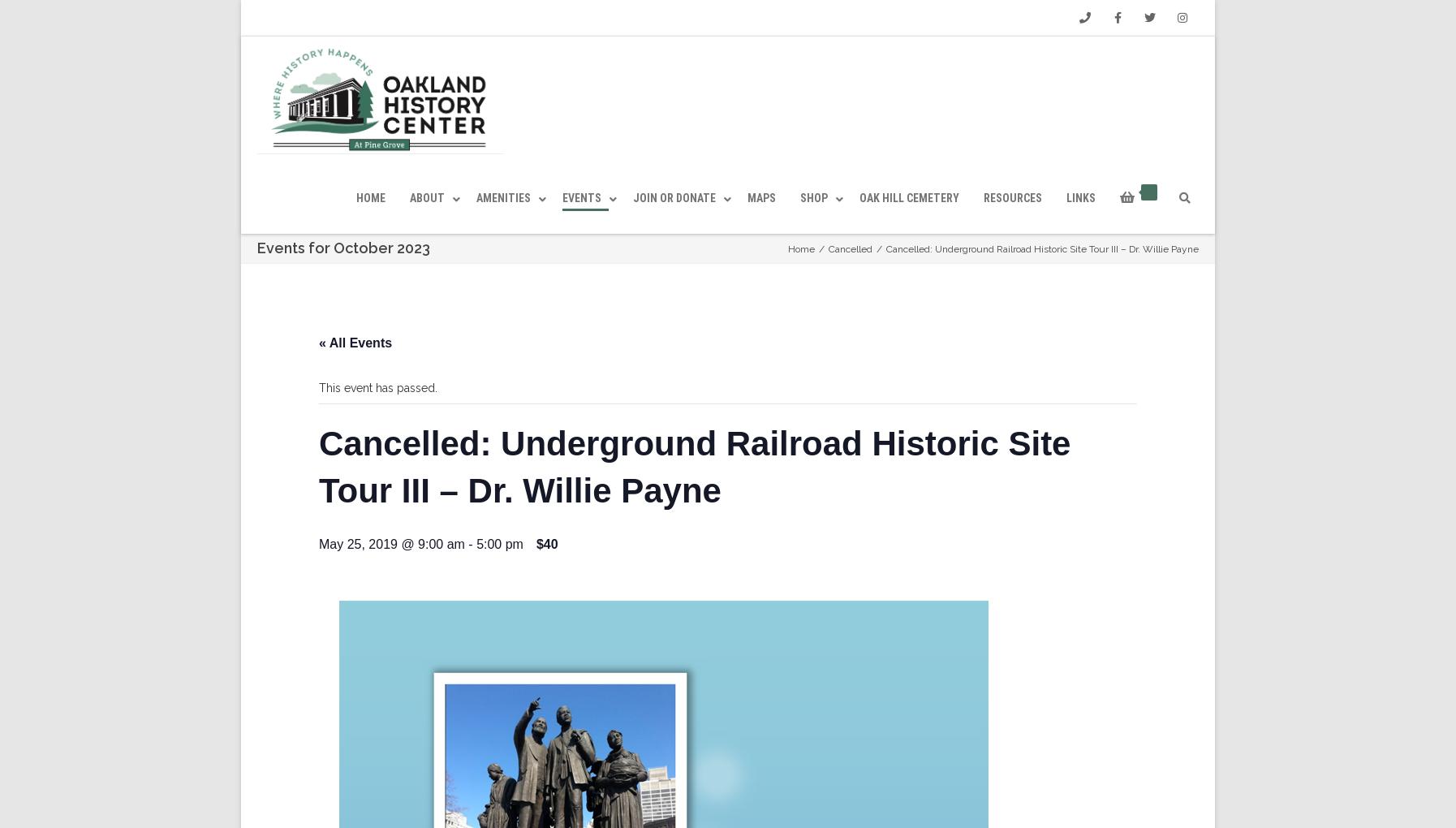 The width and height of the screenshot is (1456, 828). I want to click on 'May 25, 2019 @ 9:00 am', so click(318, 580).